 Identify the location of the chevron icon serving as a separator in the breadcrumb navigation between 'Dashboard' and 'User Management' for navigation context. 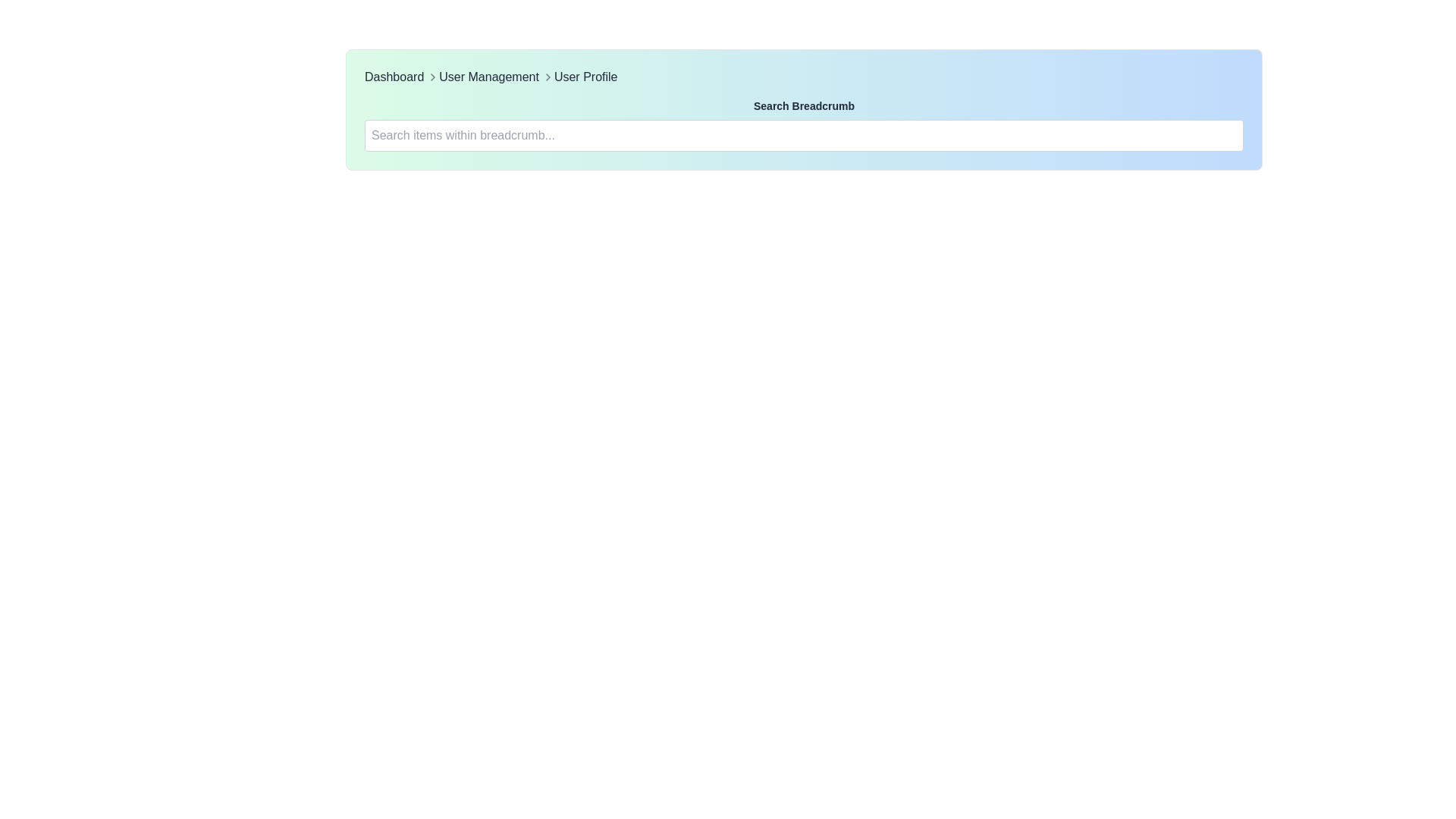
(432, 77).